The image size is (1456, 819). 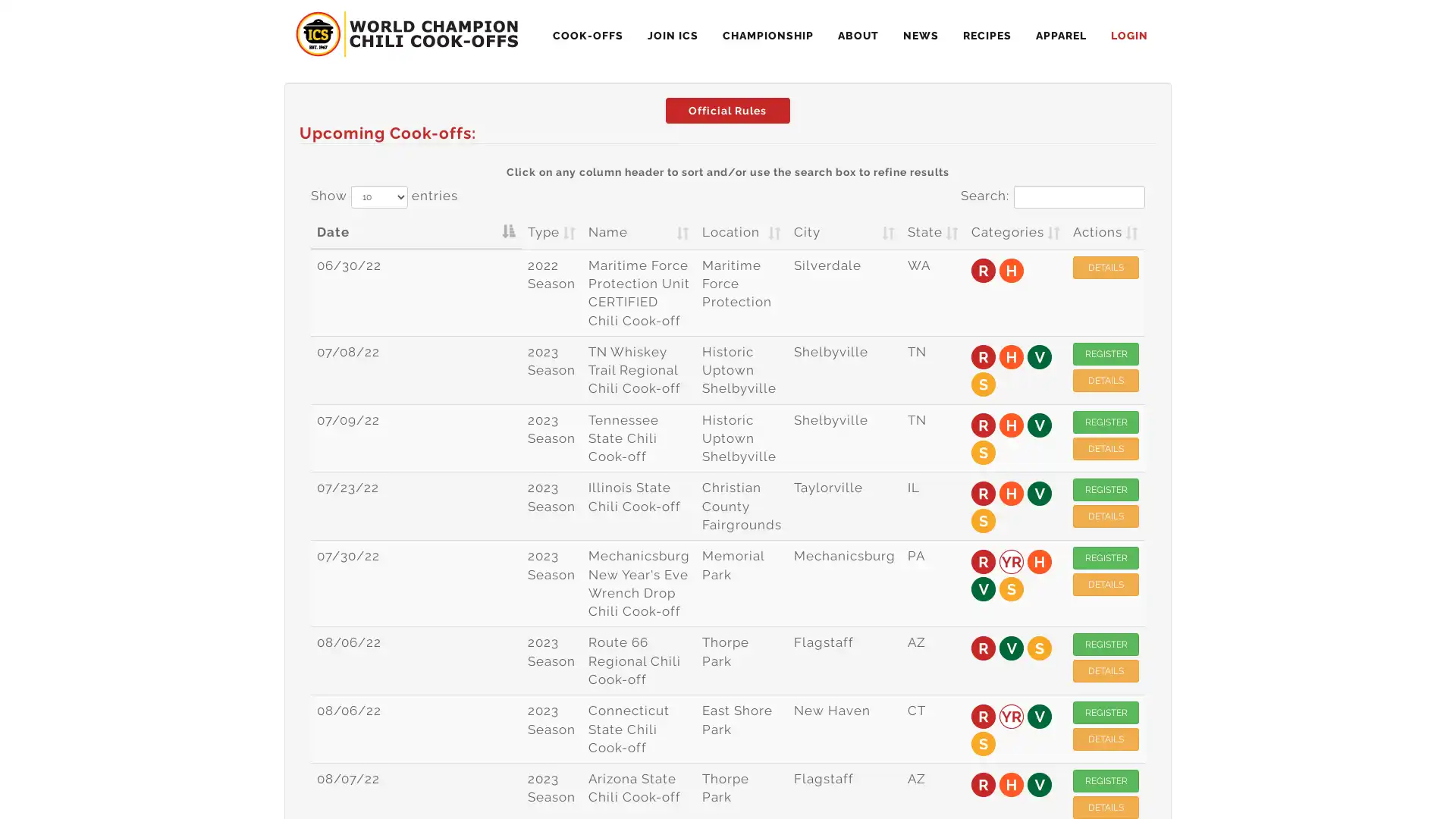 What do you see at coordinates (1106, 739) in the screenshot?
I see `DETAILS` at bounding box center [1106, 739].